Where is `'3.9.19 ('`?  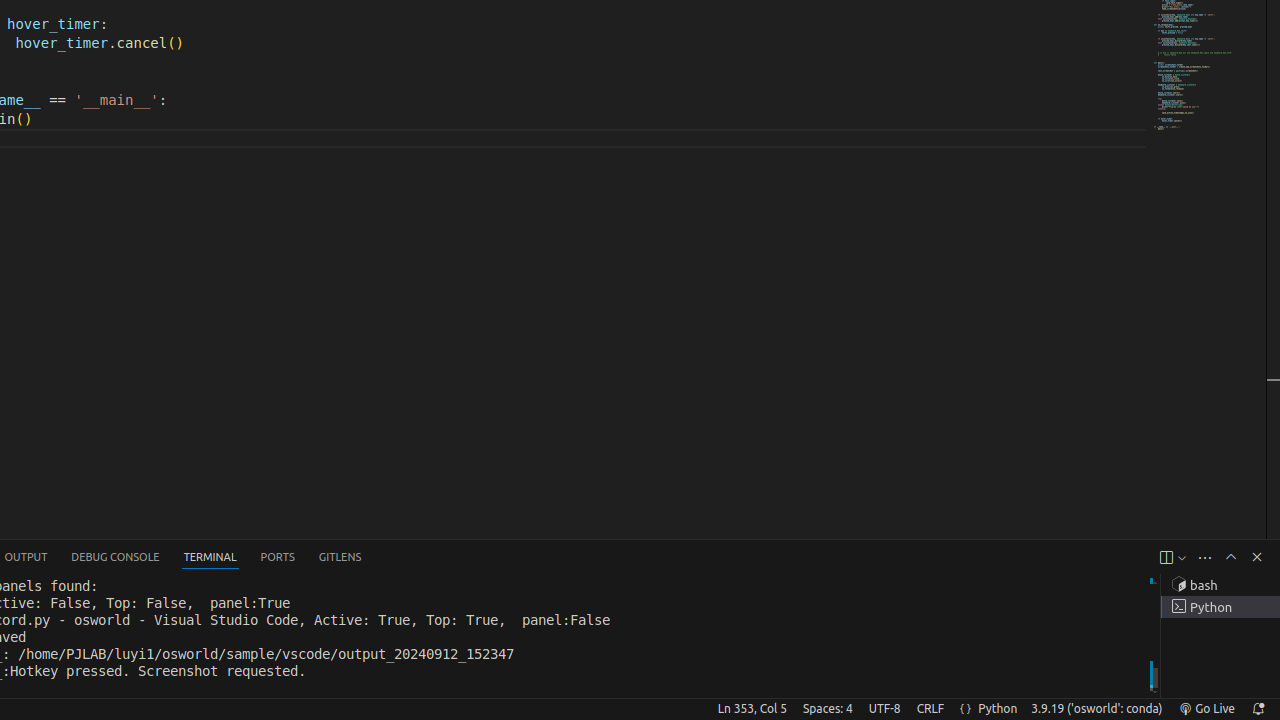
'3.9.19 (' is located at coordinates (1095, 707).